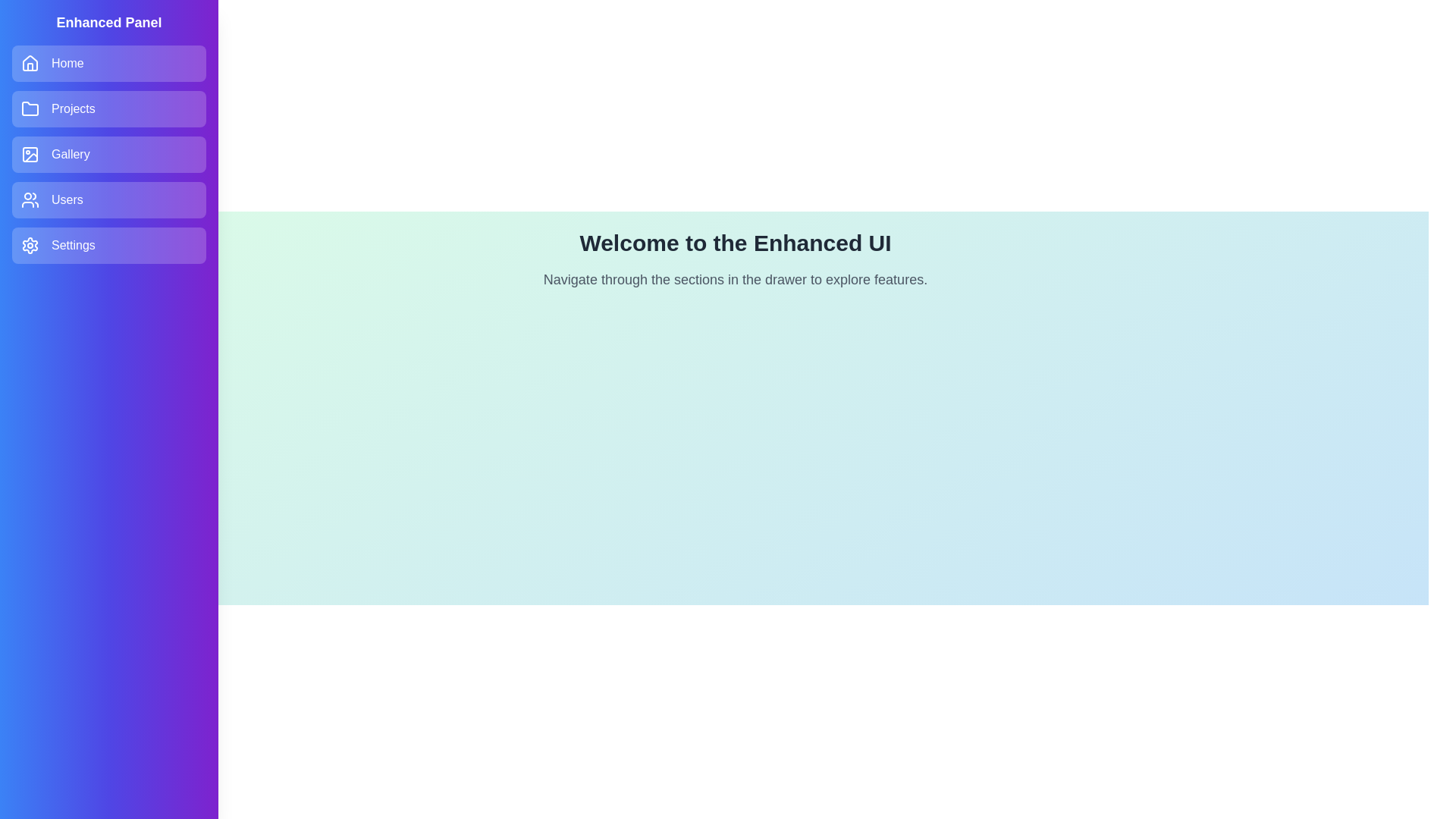 The image size is (1456, 819). I want to click on the Gallery section in the drawer, so click(108, 155).